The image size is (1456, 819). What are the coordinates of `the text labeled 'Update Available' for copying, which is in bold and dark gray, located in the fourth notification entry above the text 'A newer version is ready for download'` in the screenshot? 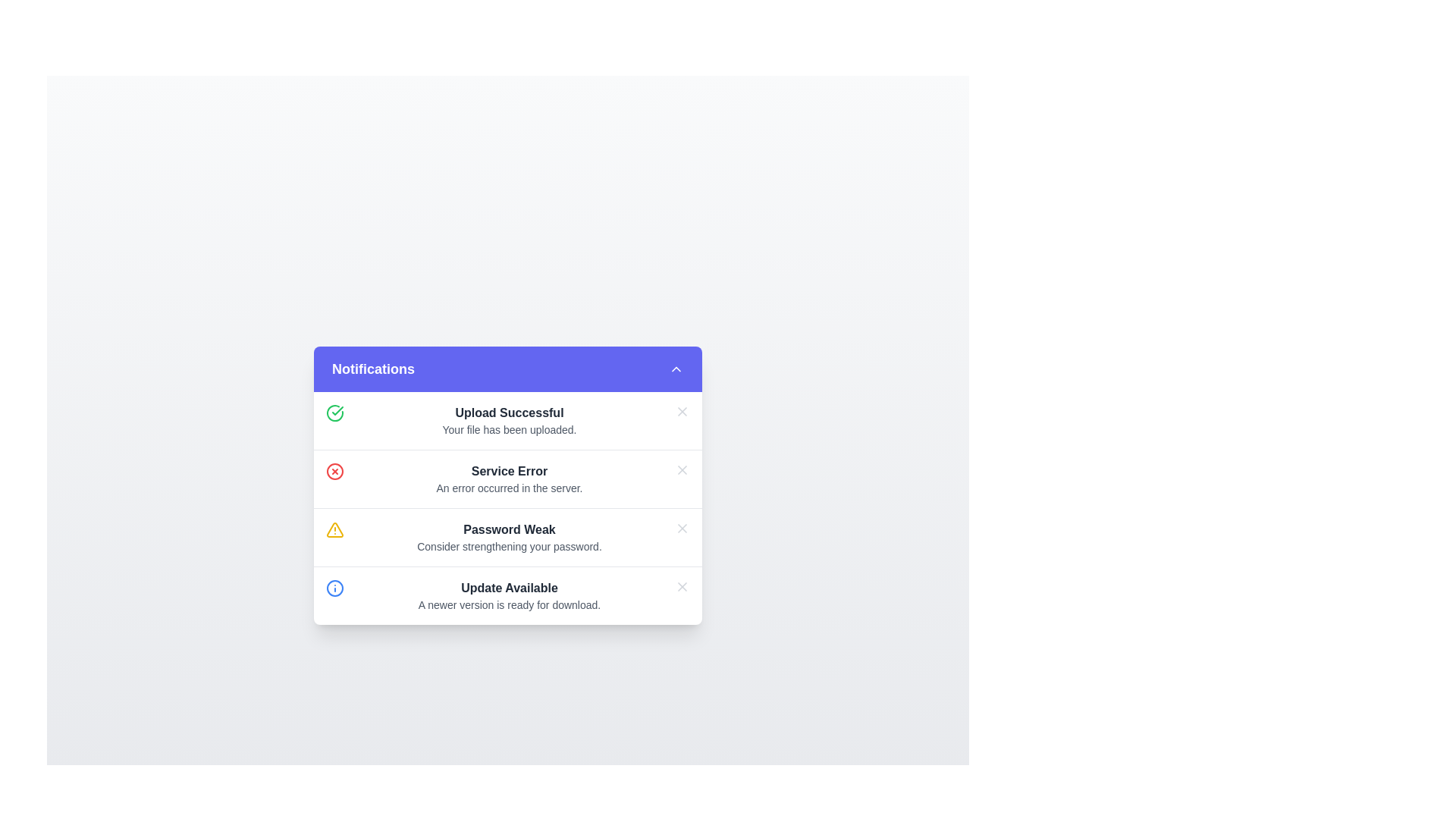 It's located at (510, 587).